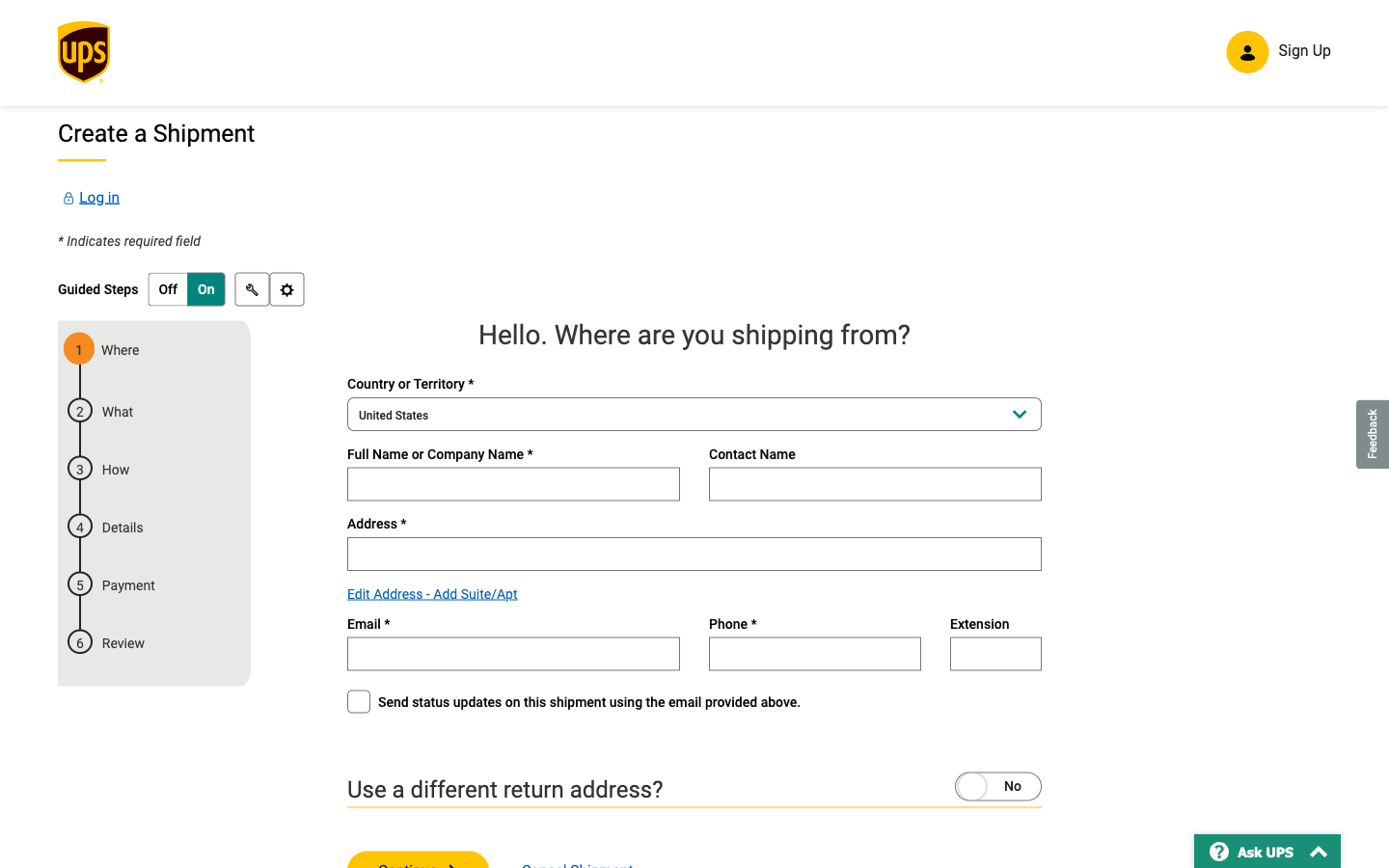 The image size is (1389, 868). I want to click on to use a different return address and opt to send updates on this shipment using the email above, so click(960, 784).